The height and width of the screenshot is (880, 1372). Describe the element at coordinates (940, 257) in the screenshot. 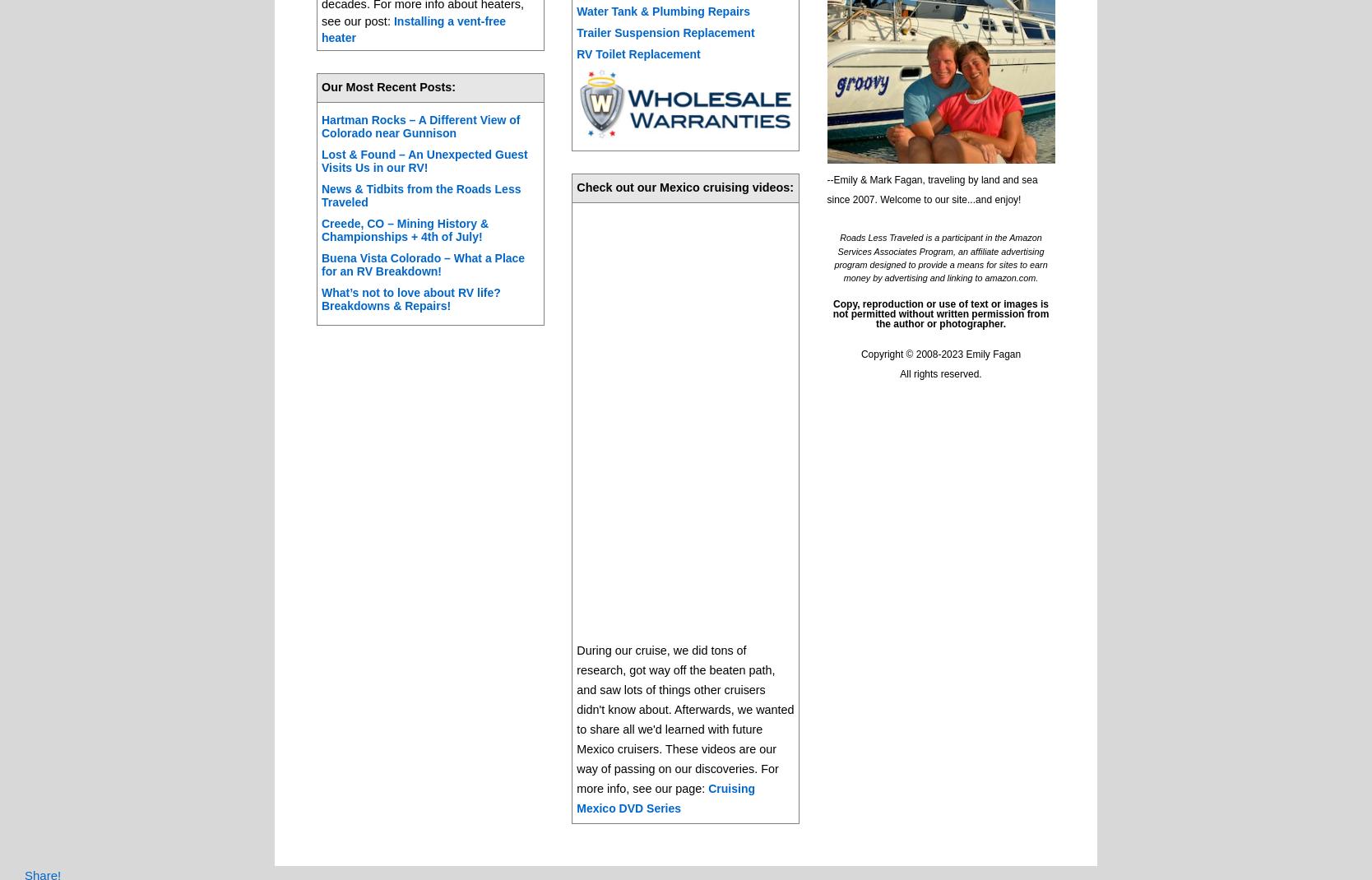

I see `'Roads Less Traveled is a participant in the Amazon Services Associates Program, an affiliate advertising program designed to provide a means for sites to earn money by advertising and linking to amazon.com.'` at that location.